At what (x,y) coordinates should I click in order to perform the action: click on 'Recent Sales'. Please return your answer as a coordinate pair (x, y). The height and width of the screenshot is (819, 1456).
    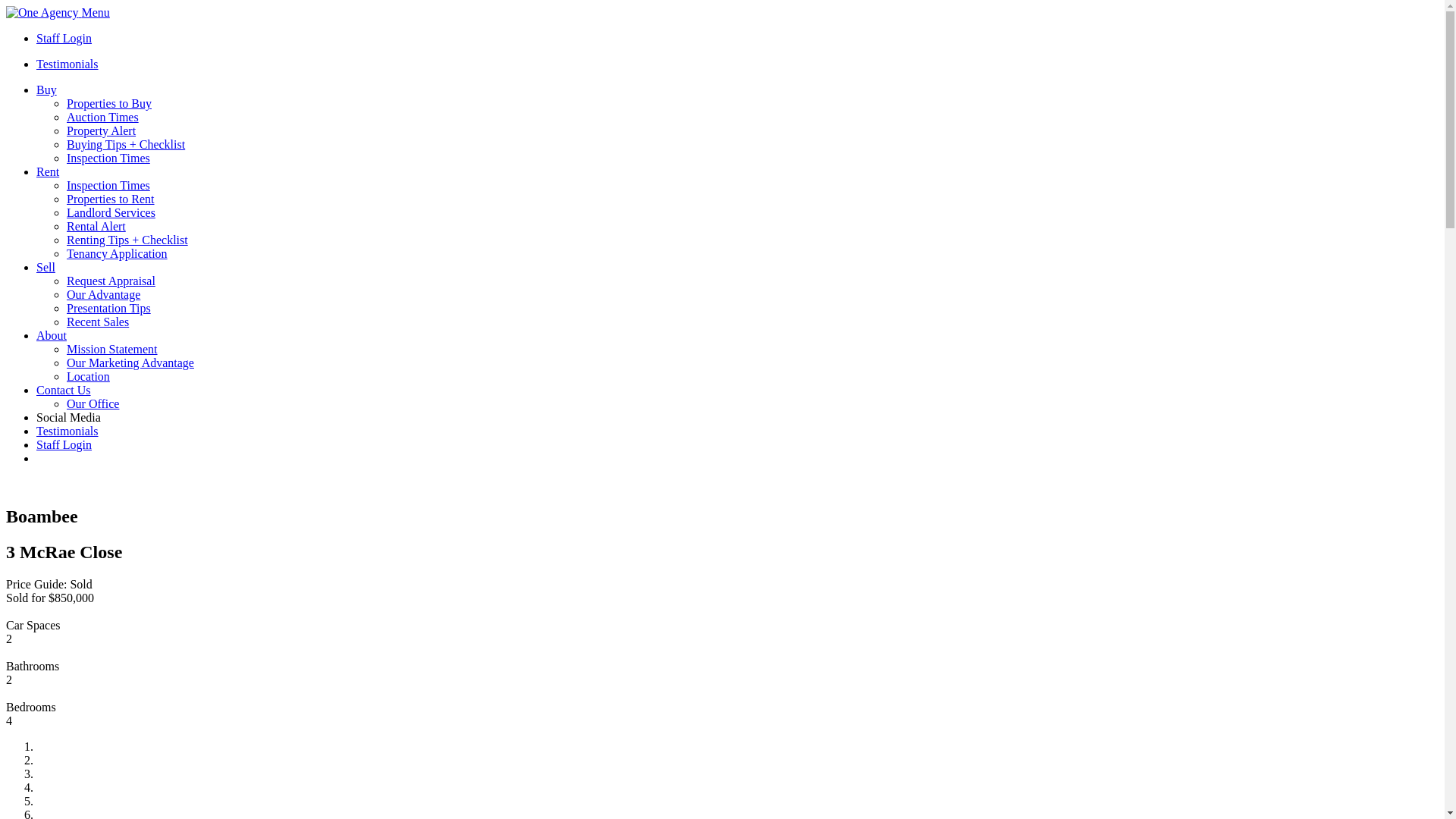
    Looking at the image, I should click on (97, 321).